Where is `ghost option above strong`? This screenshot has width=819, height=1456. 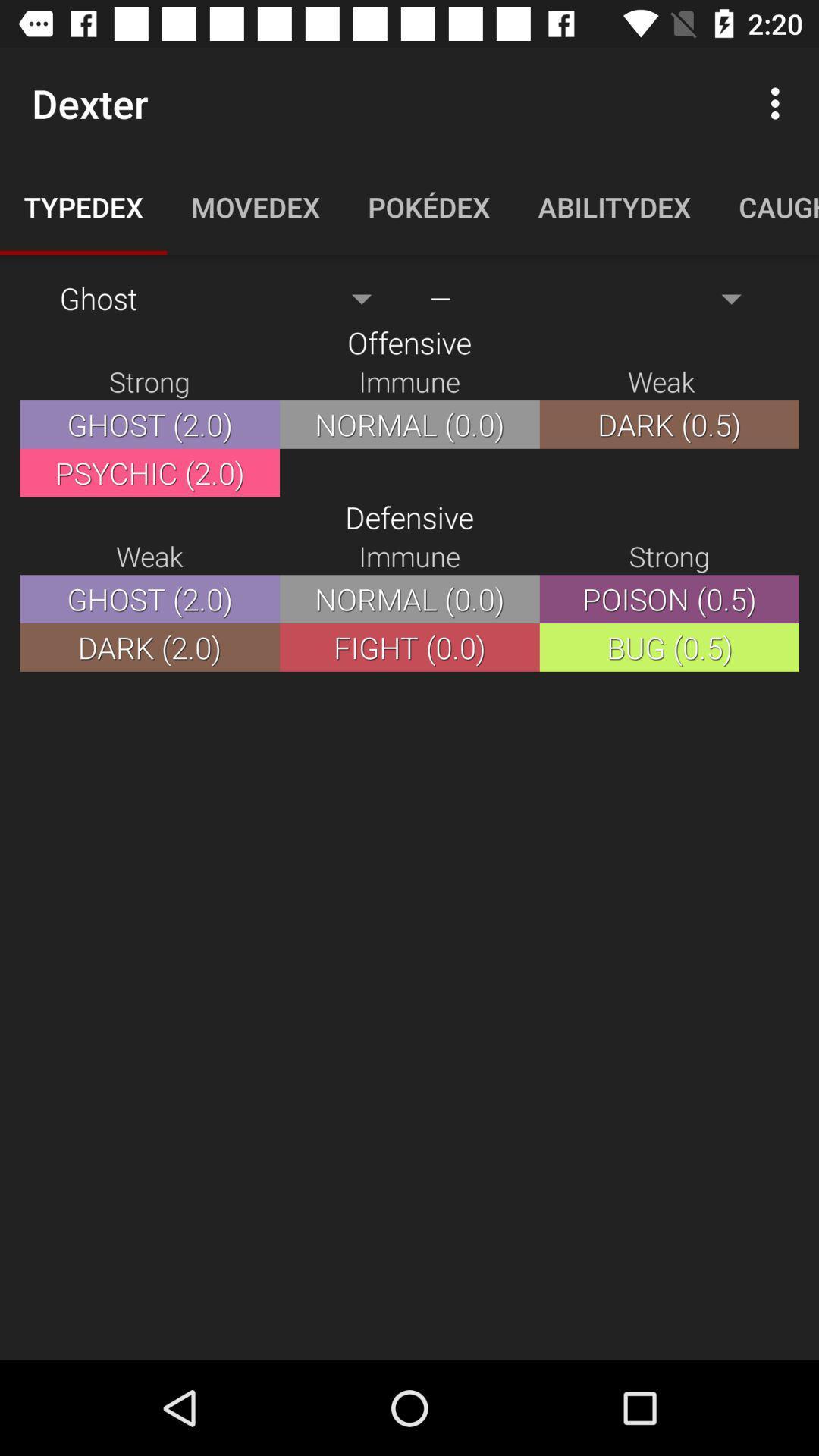 ghost option above strong is located at coordinates (224, 298).